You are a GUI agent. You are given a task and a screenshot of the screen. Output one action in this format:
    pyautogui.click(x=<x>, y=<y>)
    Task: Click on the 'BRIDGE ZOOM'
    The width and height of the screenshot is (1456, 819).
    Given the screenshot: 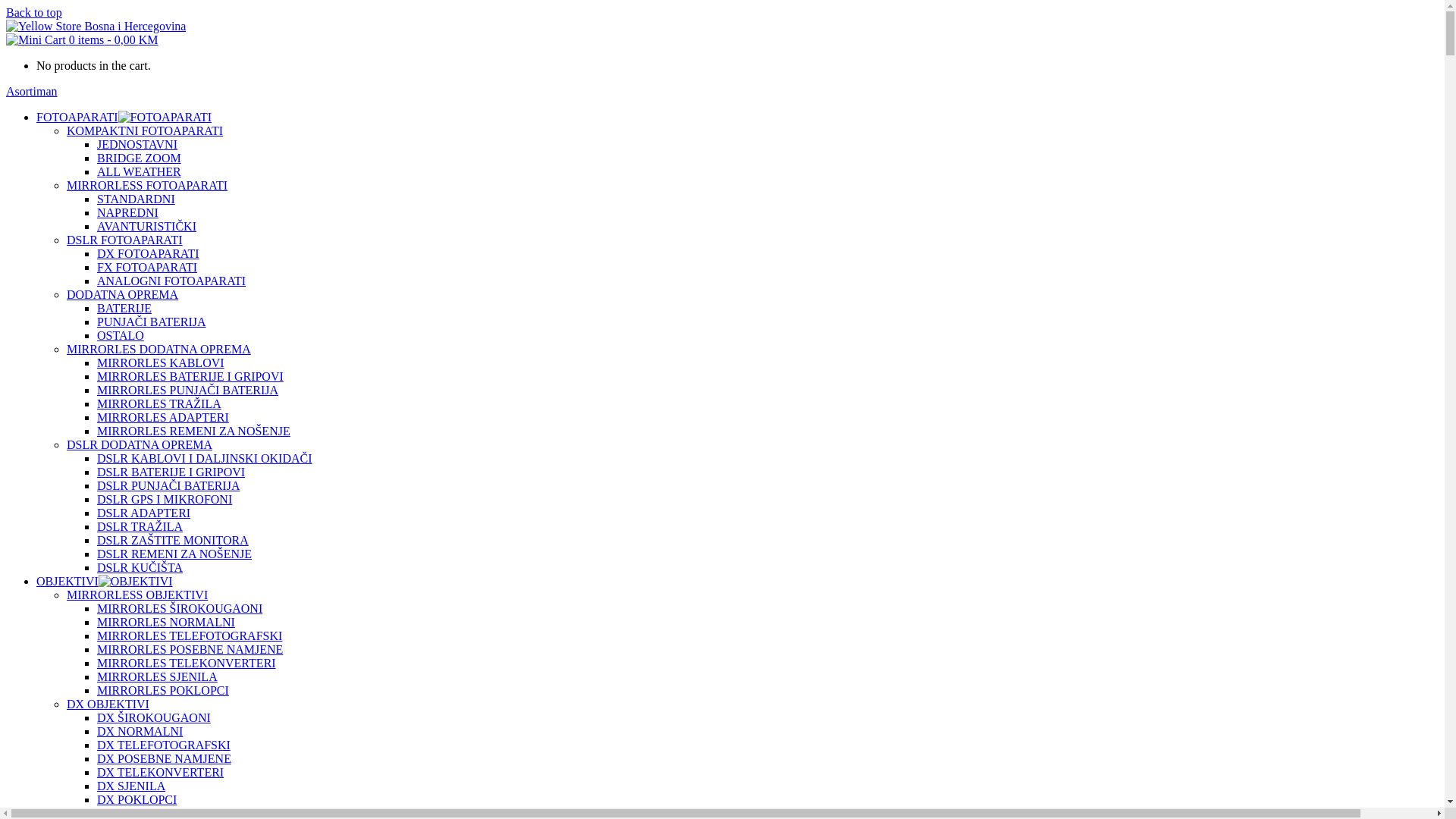 What is the action you would take?
    pyautogui.click(x=139, y=158)
    